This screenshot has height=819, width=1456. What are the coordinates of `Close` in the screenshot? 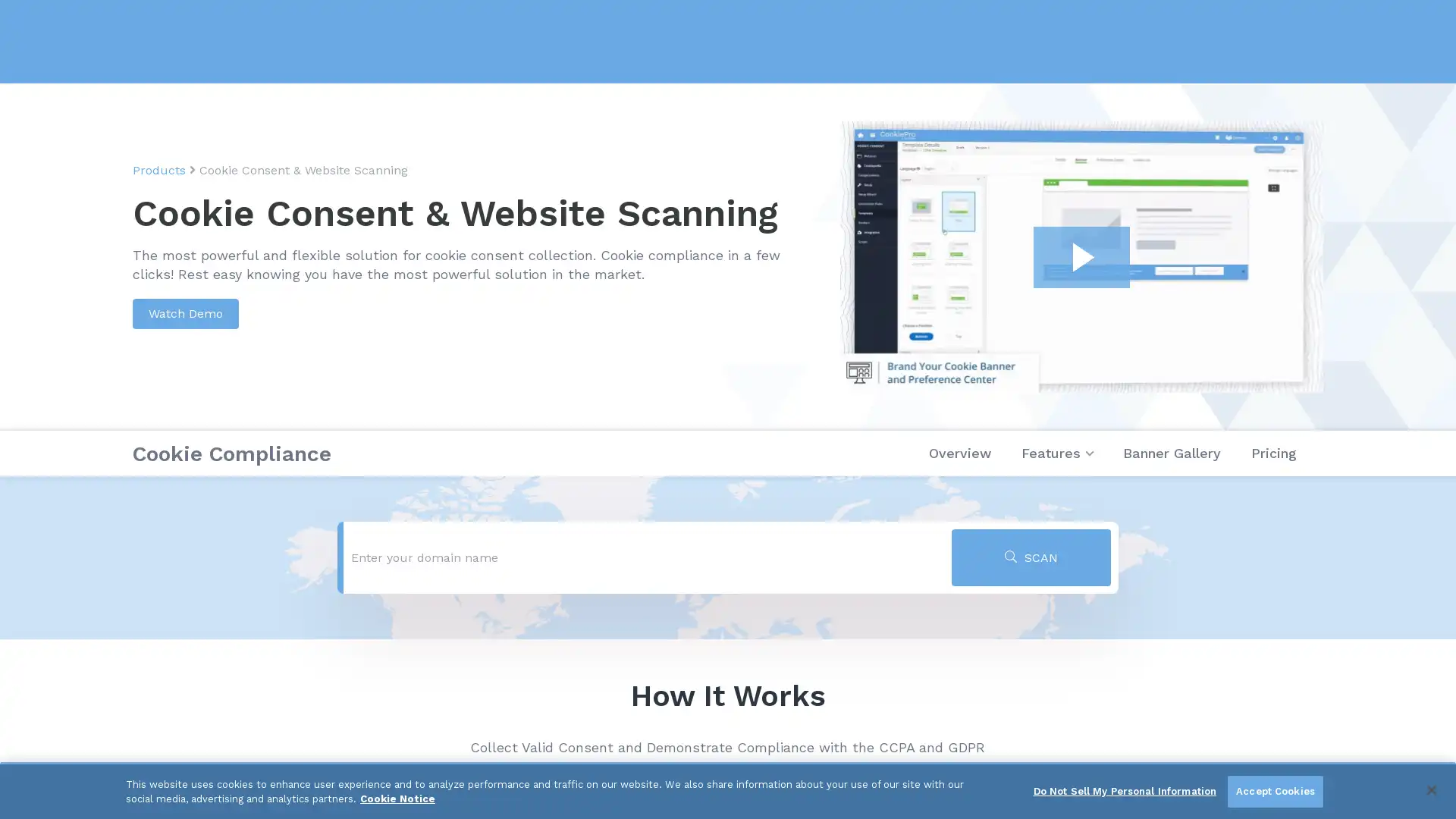 It's located at (1430, 789).